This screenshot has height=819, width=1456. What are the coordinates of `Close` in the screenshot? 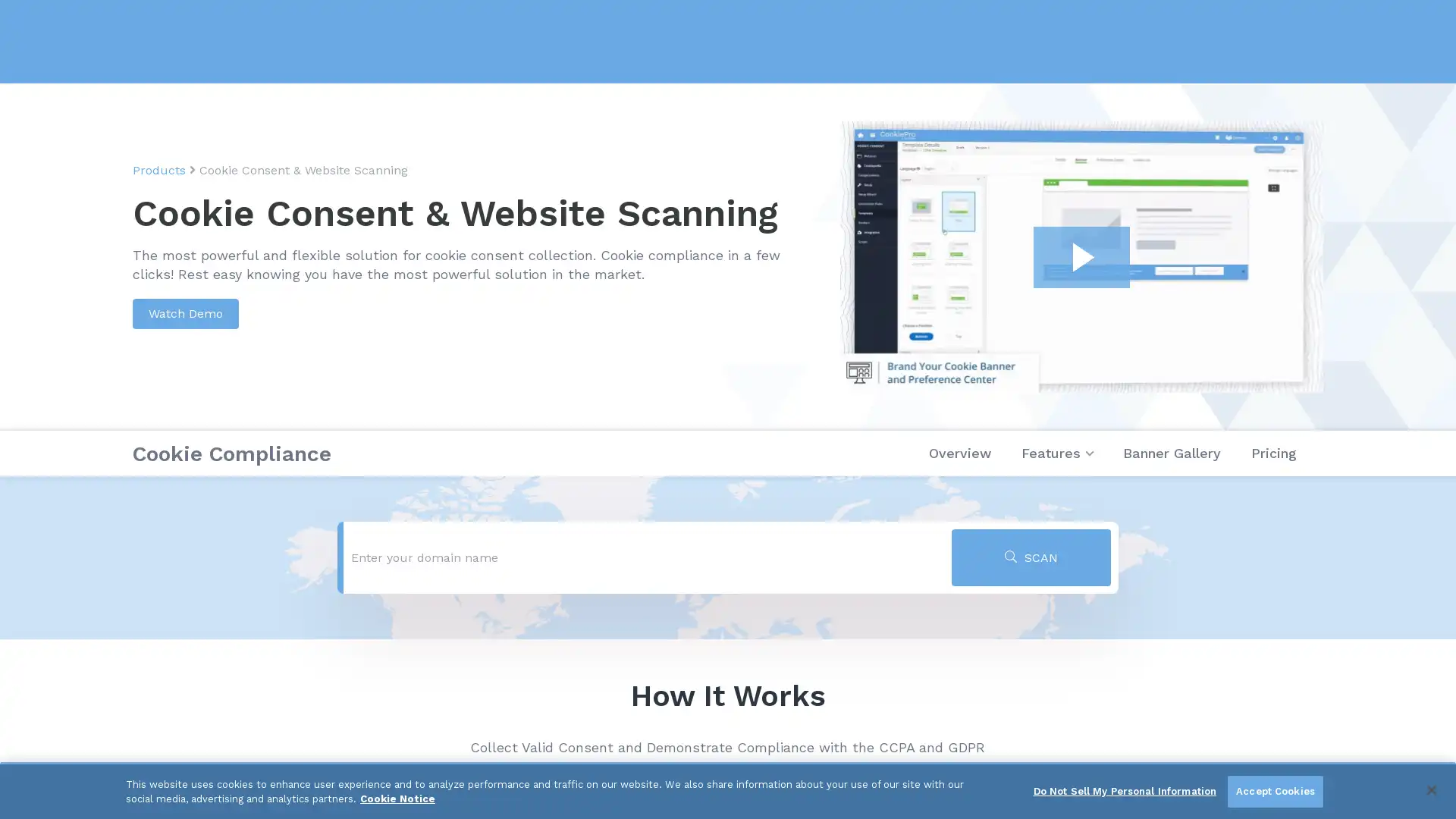 It's located at (1430, 789).